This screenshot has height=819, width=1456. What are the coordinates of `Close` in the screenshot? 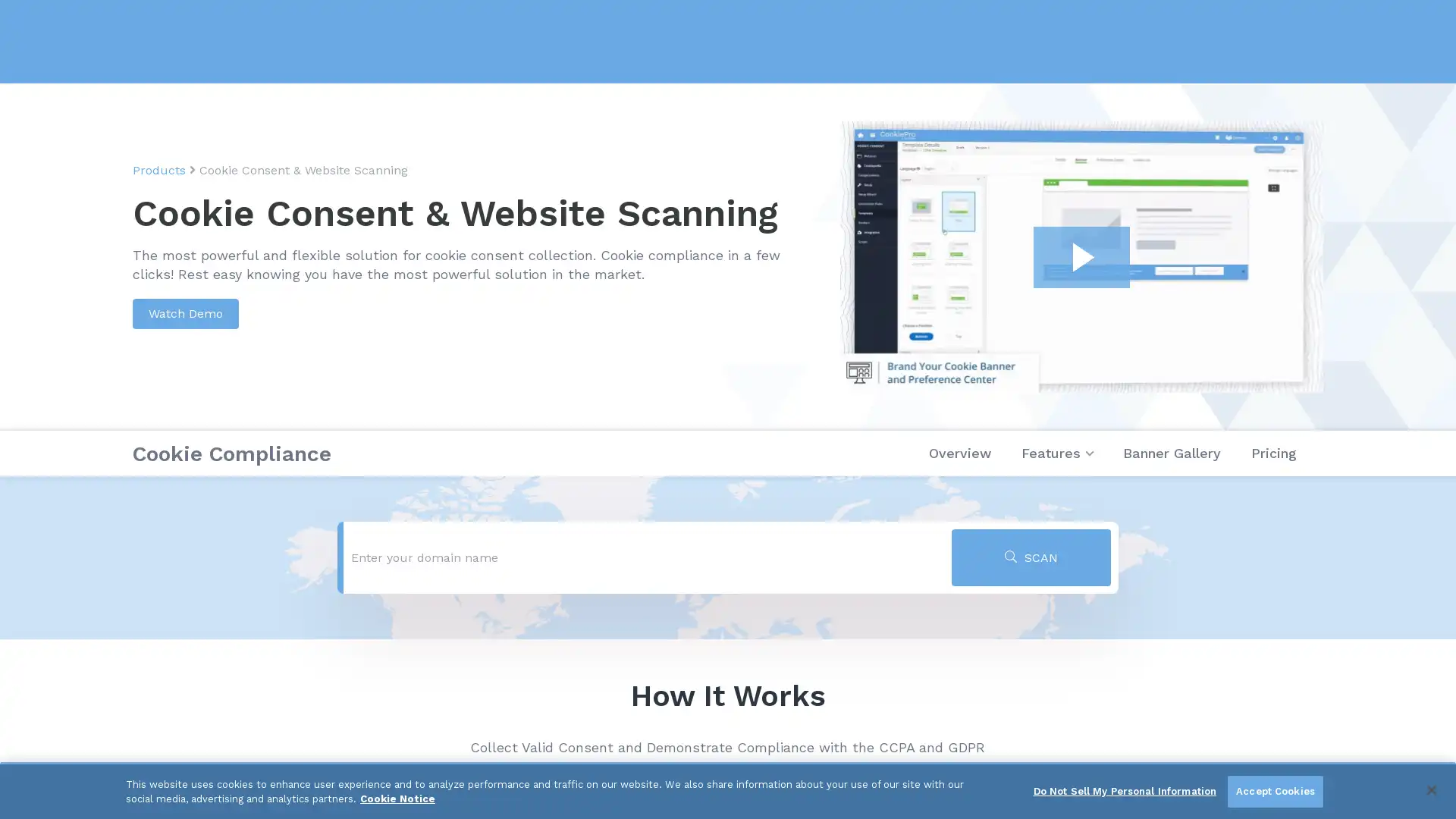 It's located at (1430, 789).